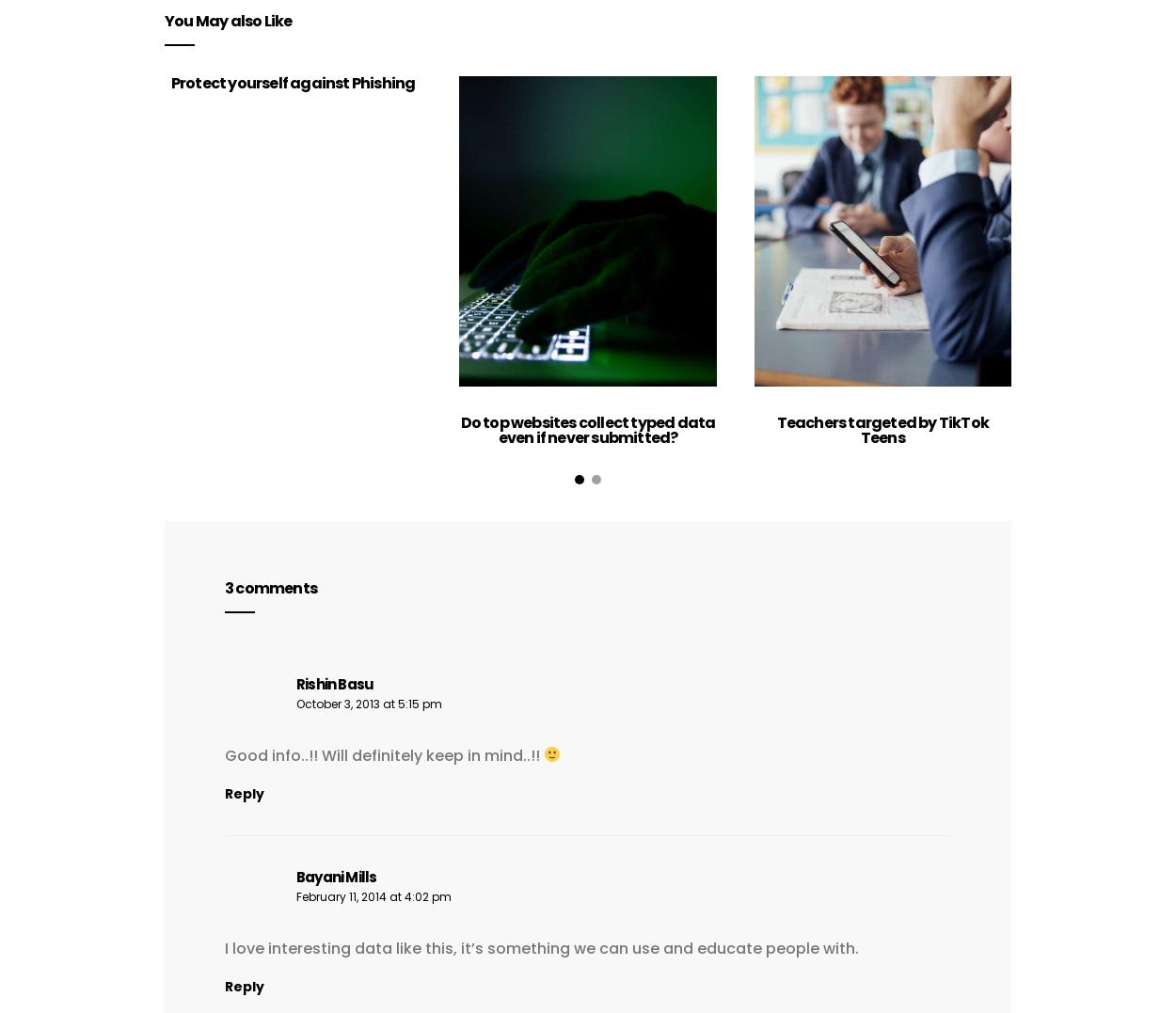  Describe the element at coordinates (295, 683) in the screenshot. I see `'Rishin Basu'` at that location.